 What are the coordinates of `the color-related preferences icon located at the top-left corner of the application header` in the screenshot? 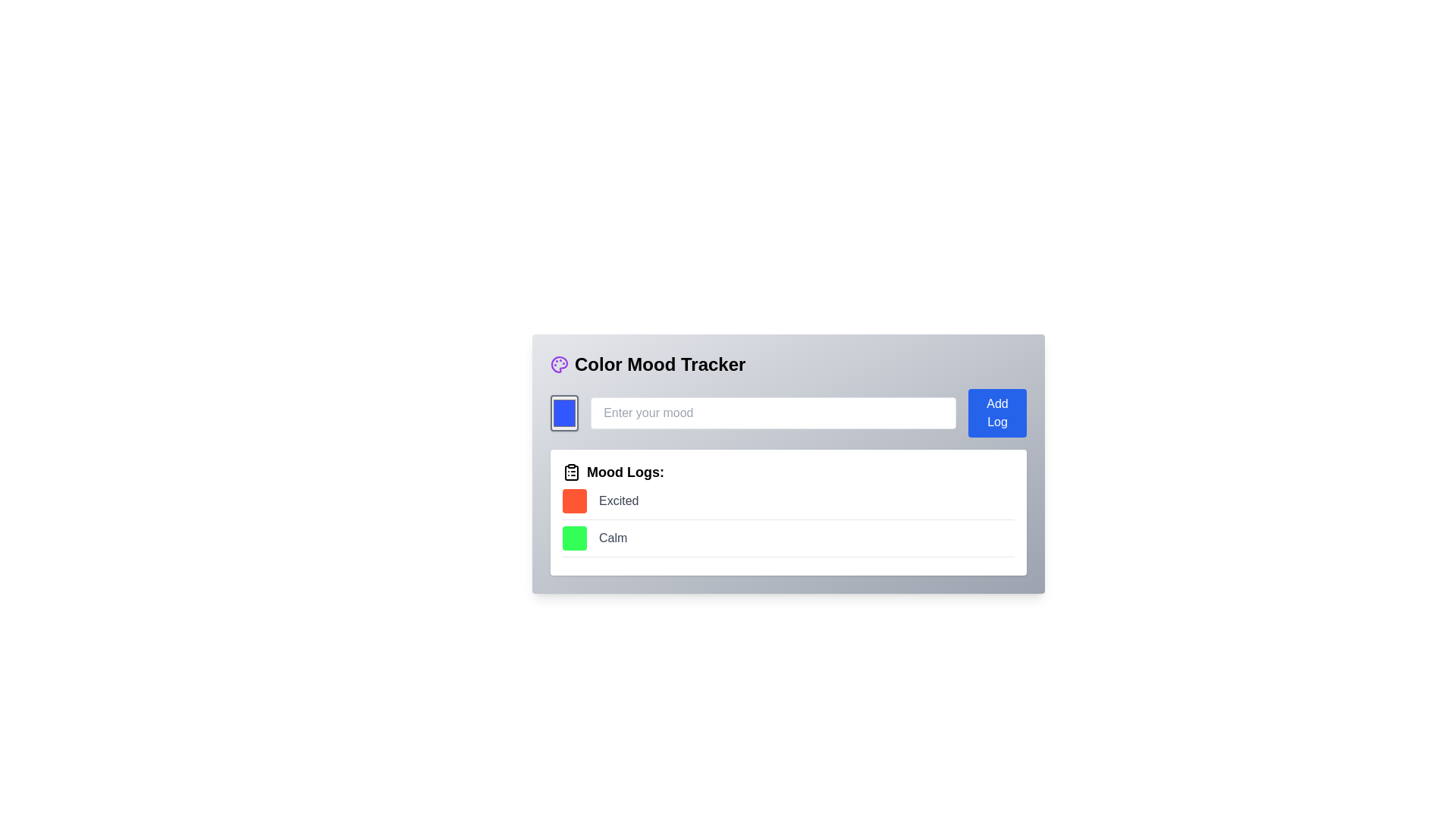 It's located at (559, 365).